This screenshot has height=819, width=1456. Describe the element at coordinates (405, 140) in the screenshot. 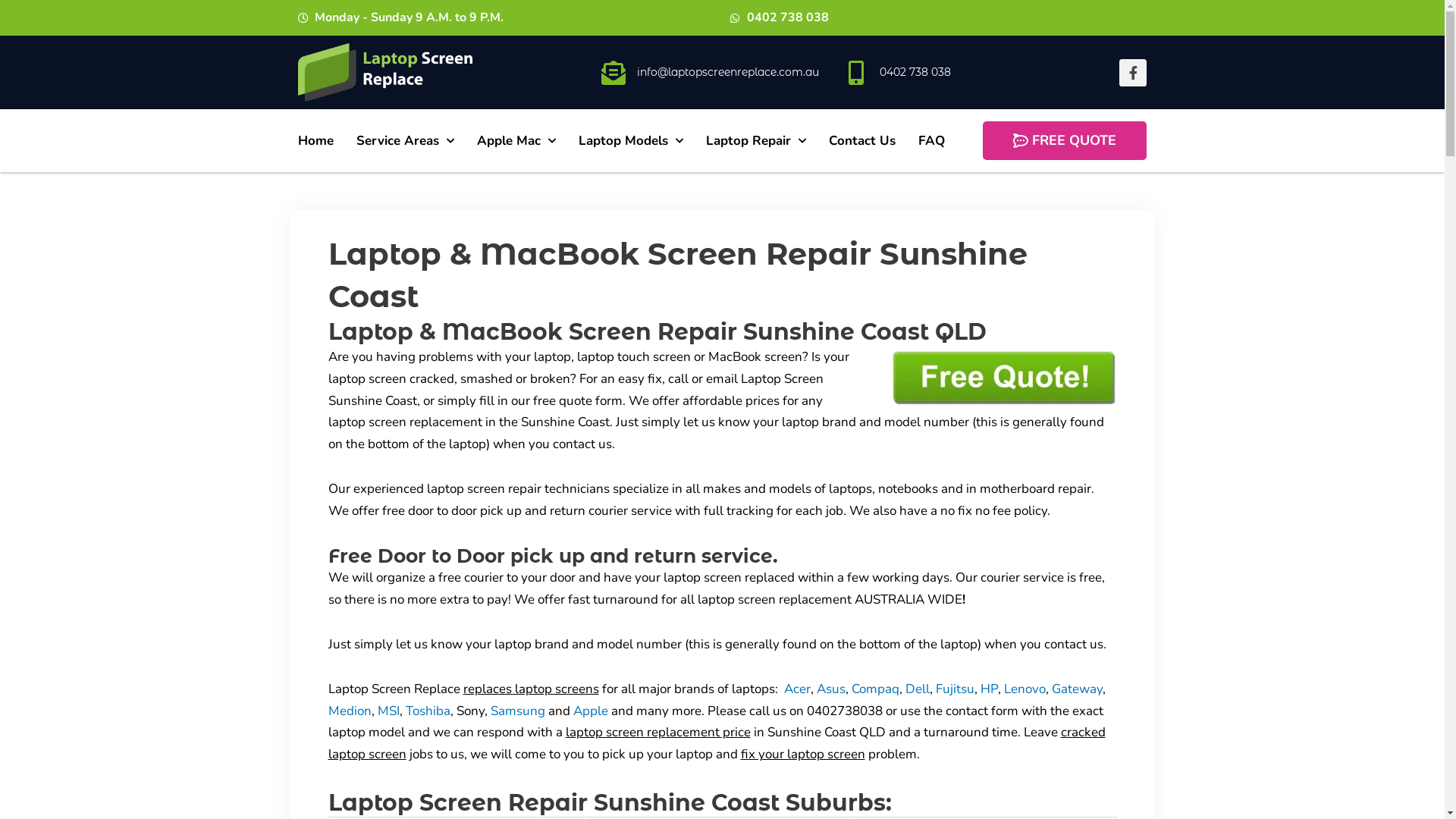

I see `'Service Areas'` at that location.